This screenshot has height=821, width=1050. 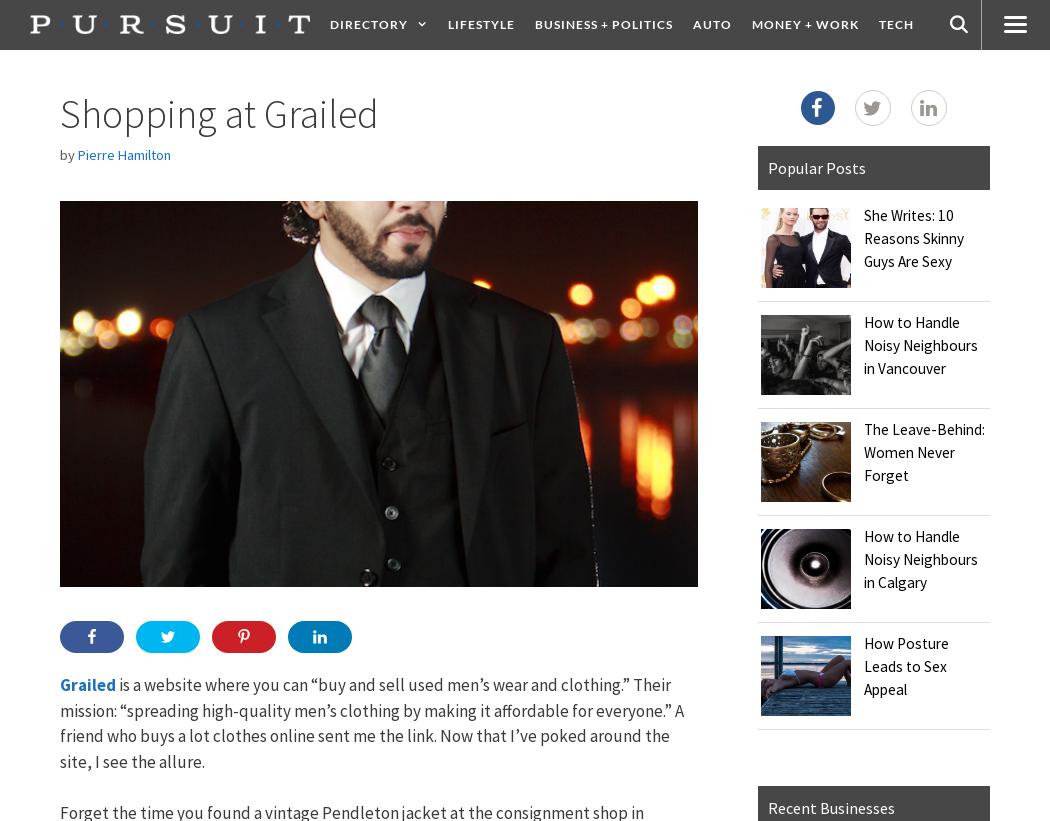 What do you see at coordinates (719, 74) in the screenshot?
I see `'Food + Drink'` at bounding box center [719, 74].